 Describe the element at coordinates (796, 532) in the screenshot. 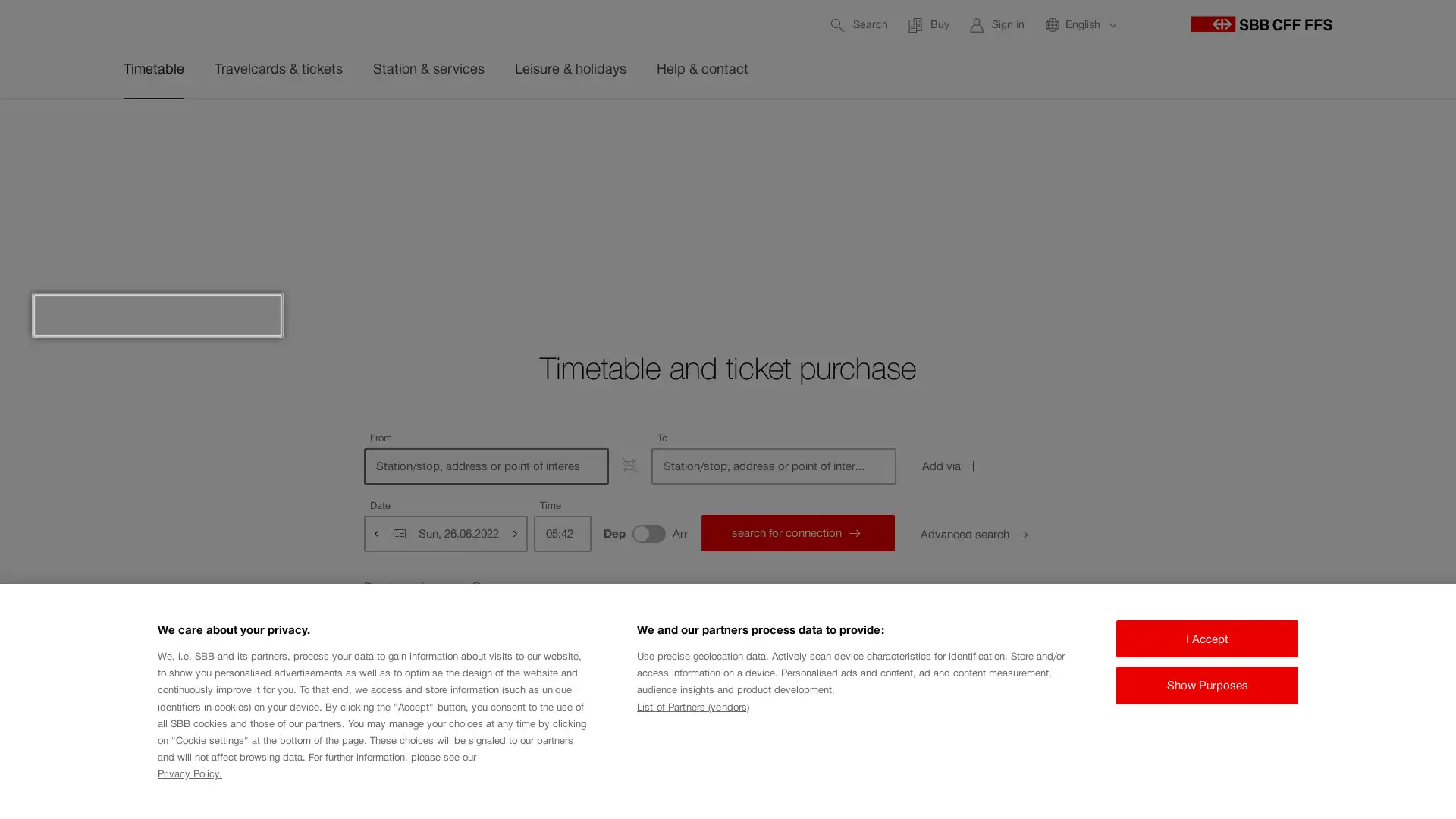

I see `search for connection` at that location.